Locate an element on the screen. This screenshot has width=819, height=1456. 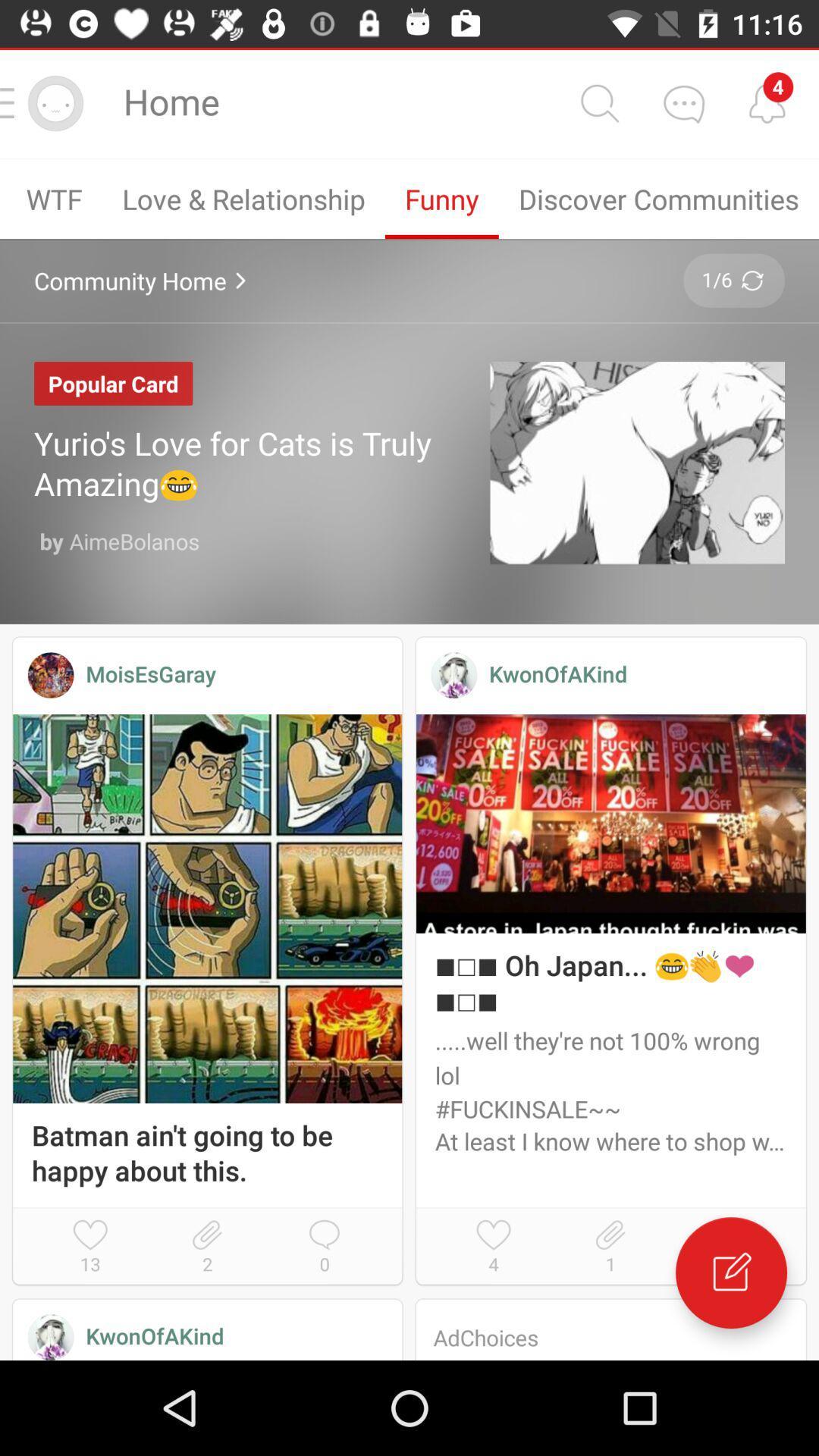
the notifications icon is located at coordinates (767, 102).